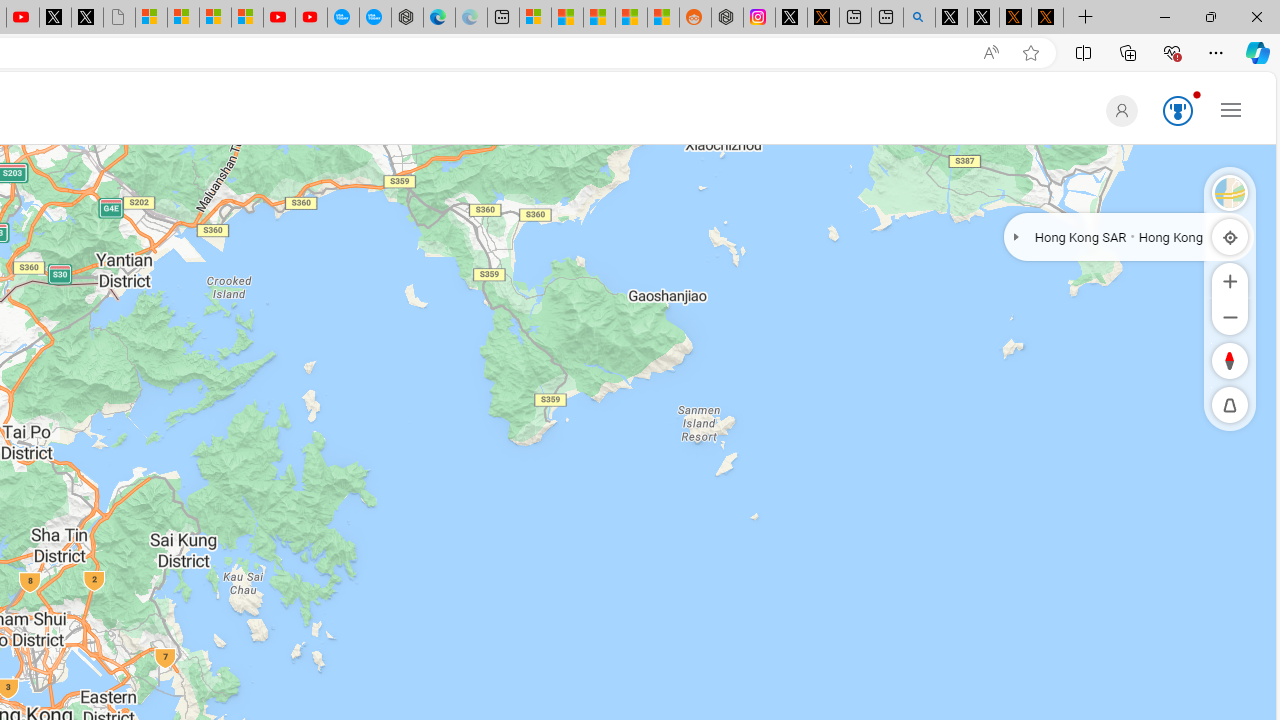  Describe the element at coordinates (375, 17) in the screenshot. I see `'The most popular Google '` at that location.